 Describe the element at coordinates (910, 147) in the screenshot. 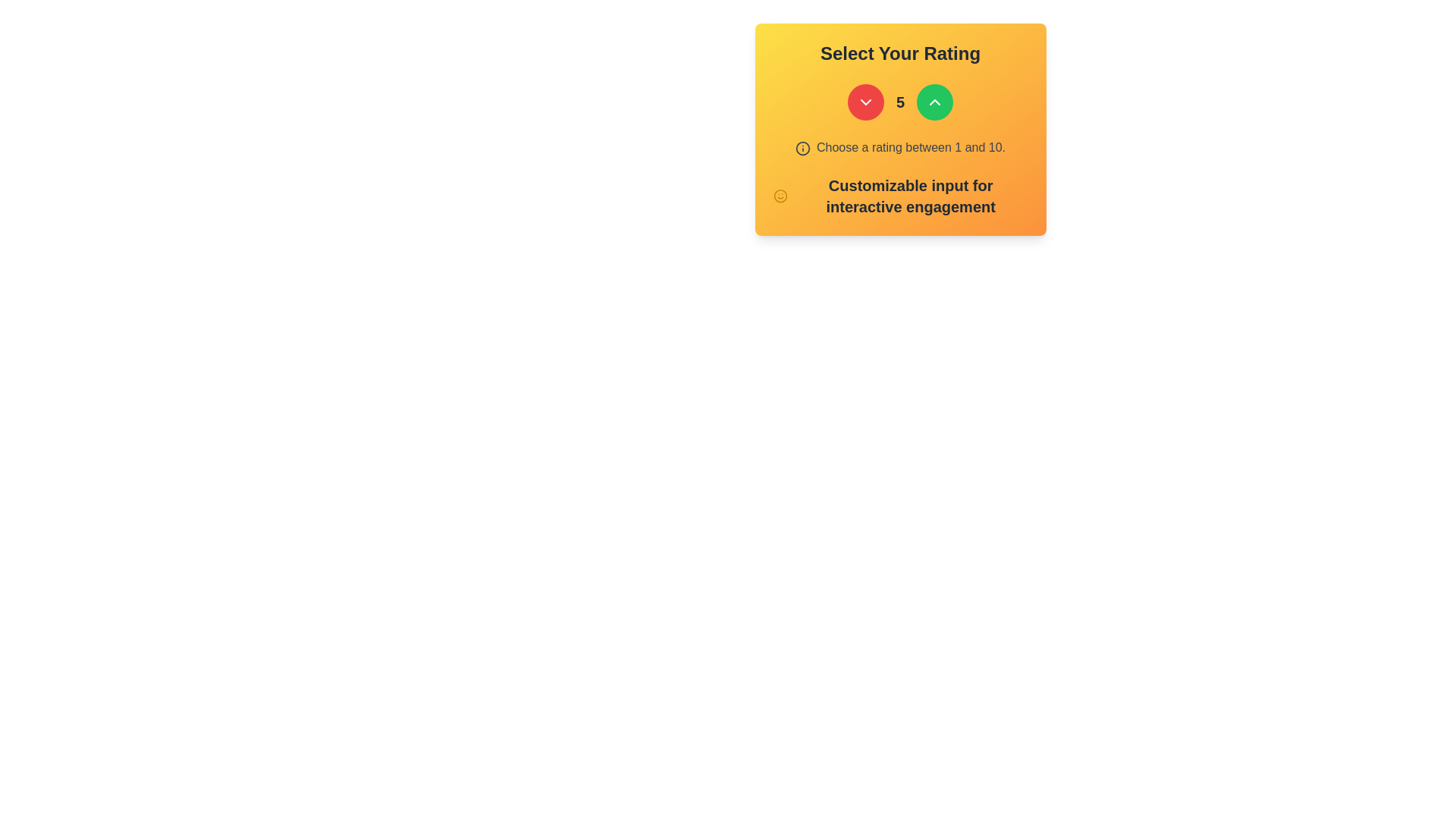

I see `the instructional text label that is horizontally centered within the yellow rating selection section, positioned below the rating input controls and above the additional descriptive text` at that location.